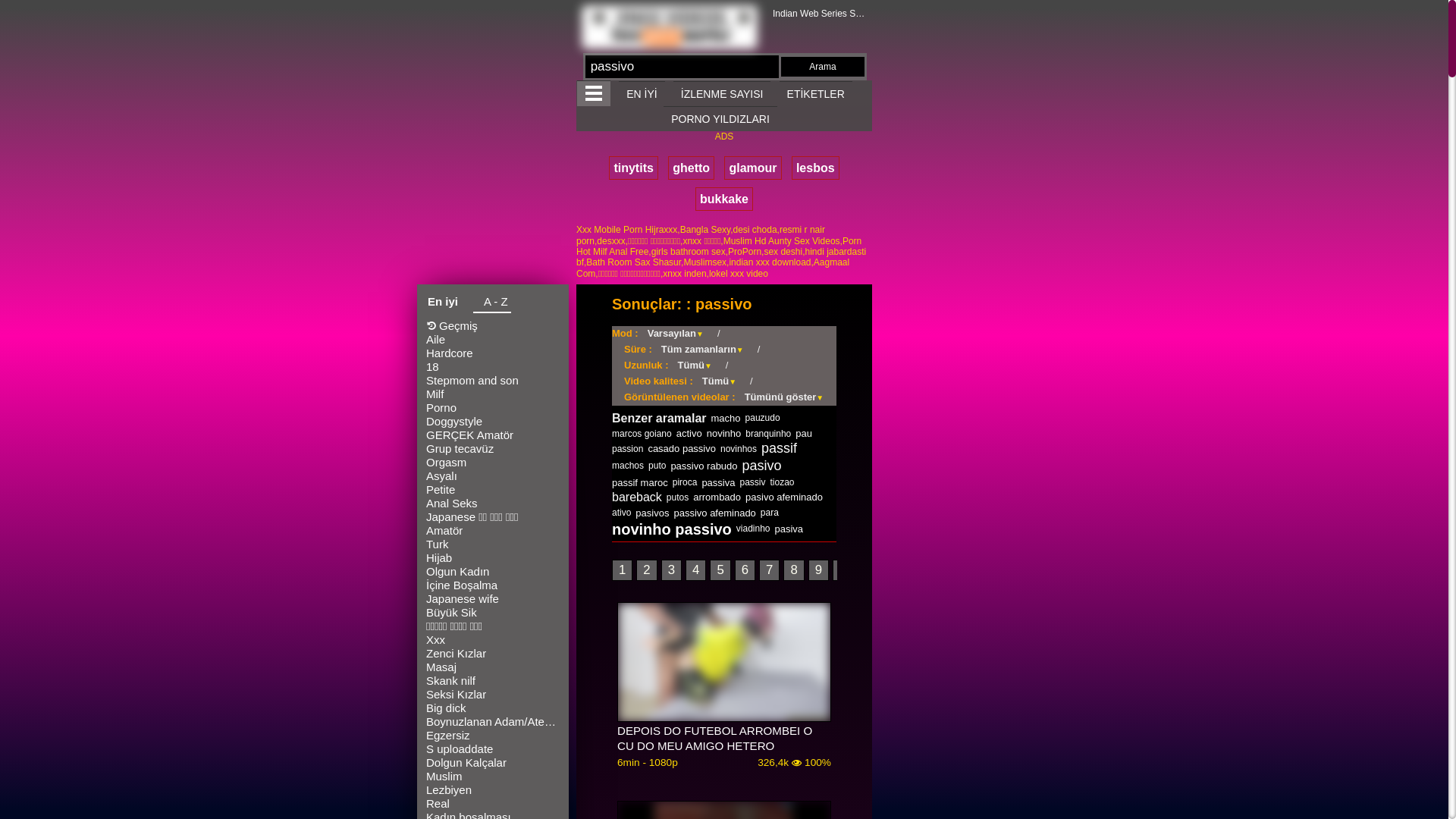 Image resolution: width=1456 pixels, height=819 pixels. What do you see at coordinates (425, 489) in the screenshot?
I see `'Petite'` at bounding box center [425, 489].